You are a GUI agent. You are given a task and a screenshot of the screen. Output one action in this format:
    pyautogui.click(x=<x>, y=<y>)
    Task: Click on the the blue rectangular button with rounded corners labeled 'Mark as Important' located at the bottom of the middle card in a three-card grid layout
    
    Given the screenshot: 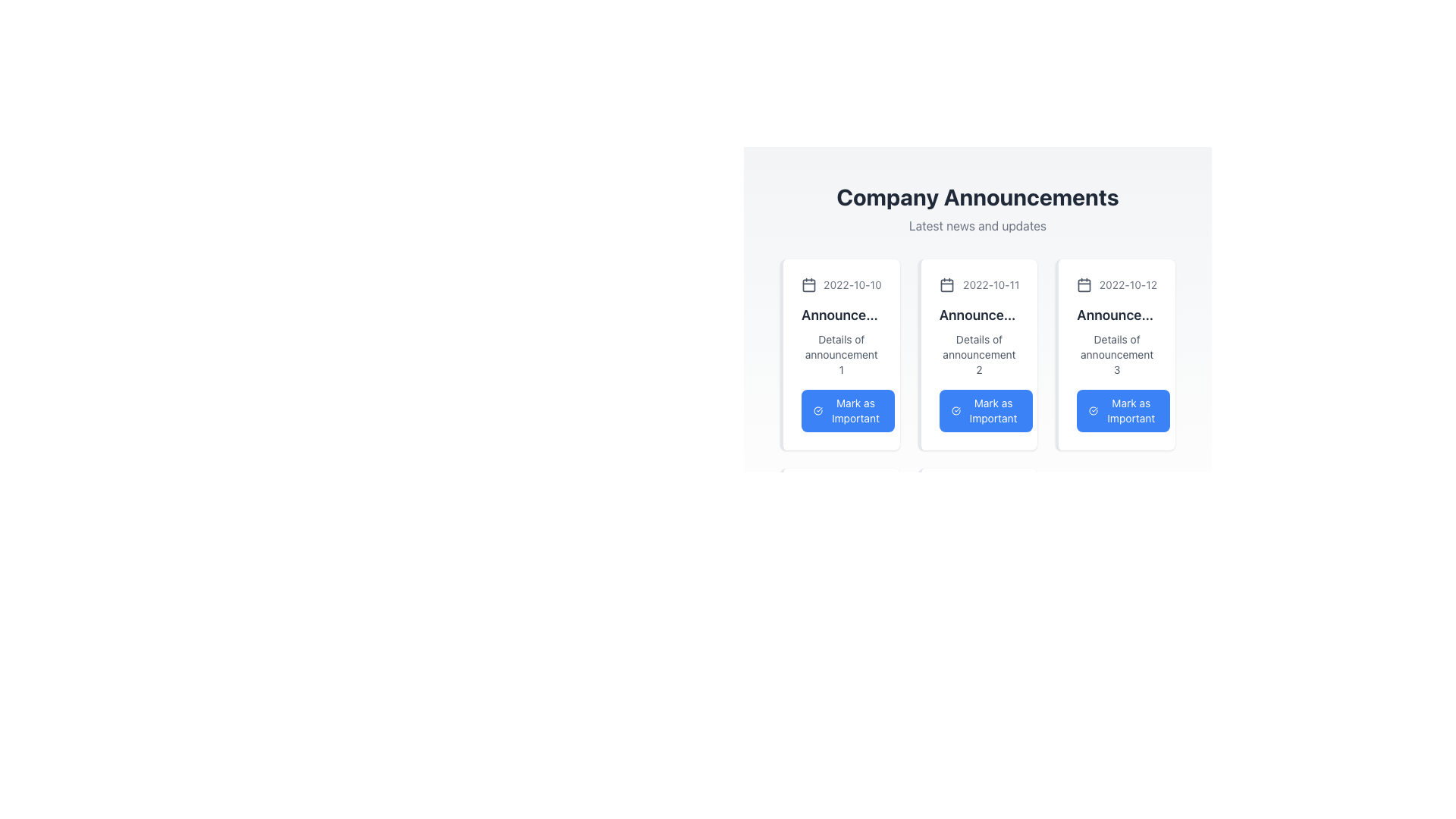 What is the action you would take?
    pyautogui.click(x=986, y=411)
    